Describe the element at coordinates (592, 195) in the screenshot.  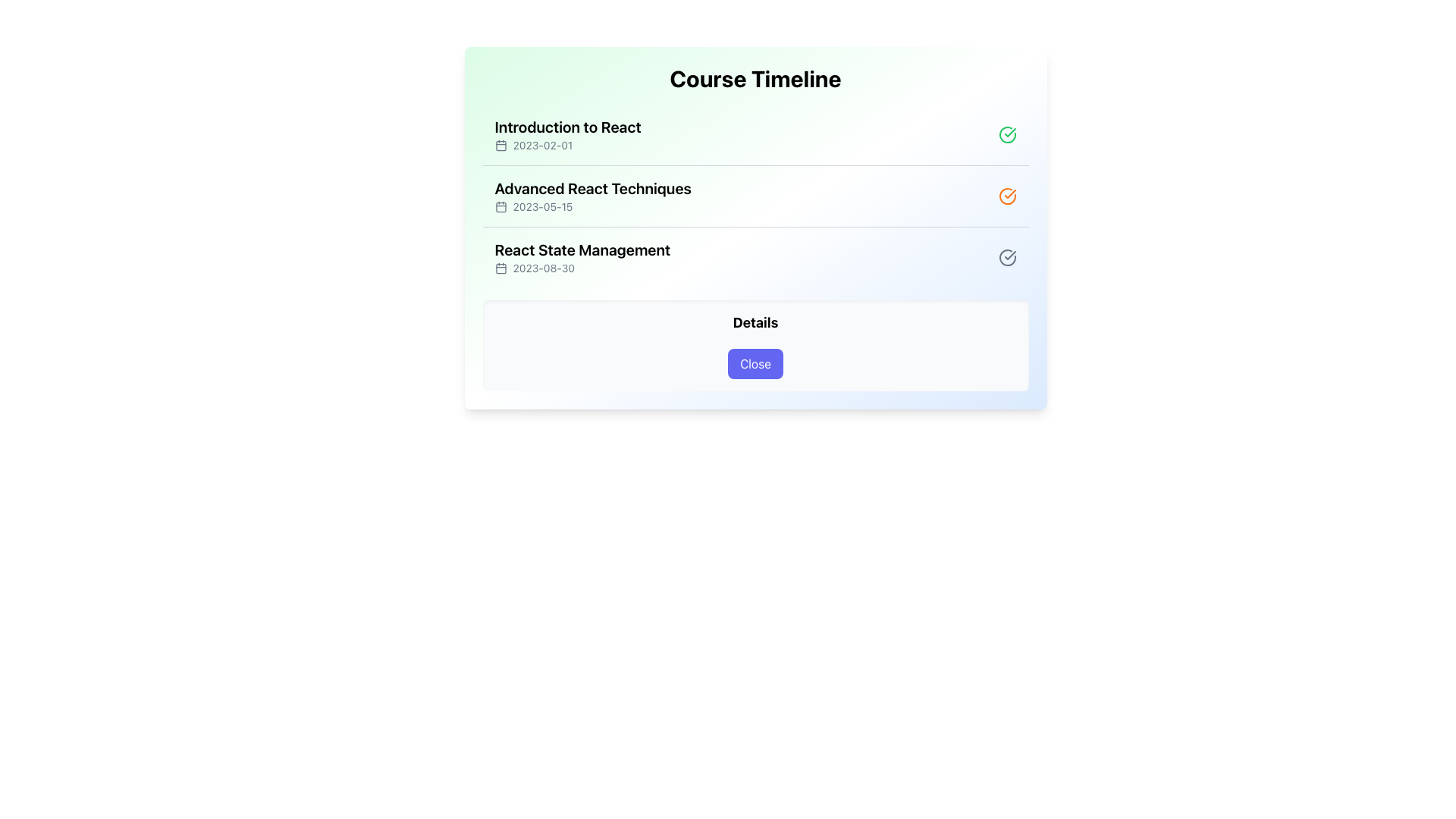
I see `the list item containing the text 'Advanced React Techniques'` at that location.